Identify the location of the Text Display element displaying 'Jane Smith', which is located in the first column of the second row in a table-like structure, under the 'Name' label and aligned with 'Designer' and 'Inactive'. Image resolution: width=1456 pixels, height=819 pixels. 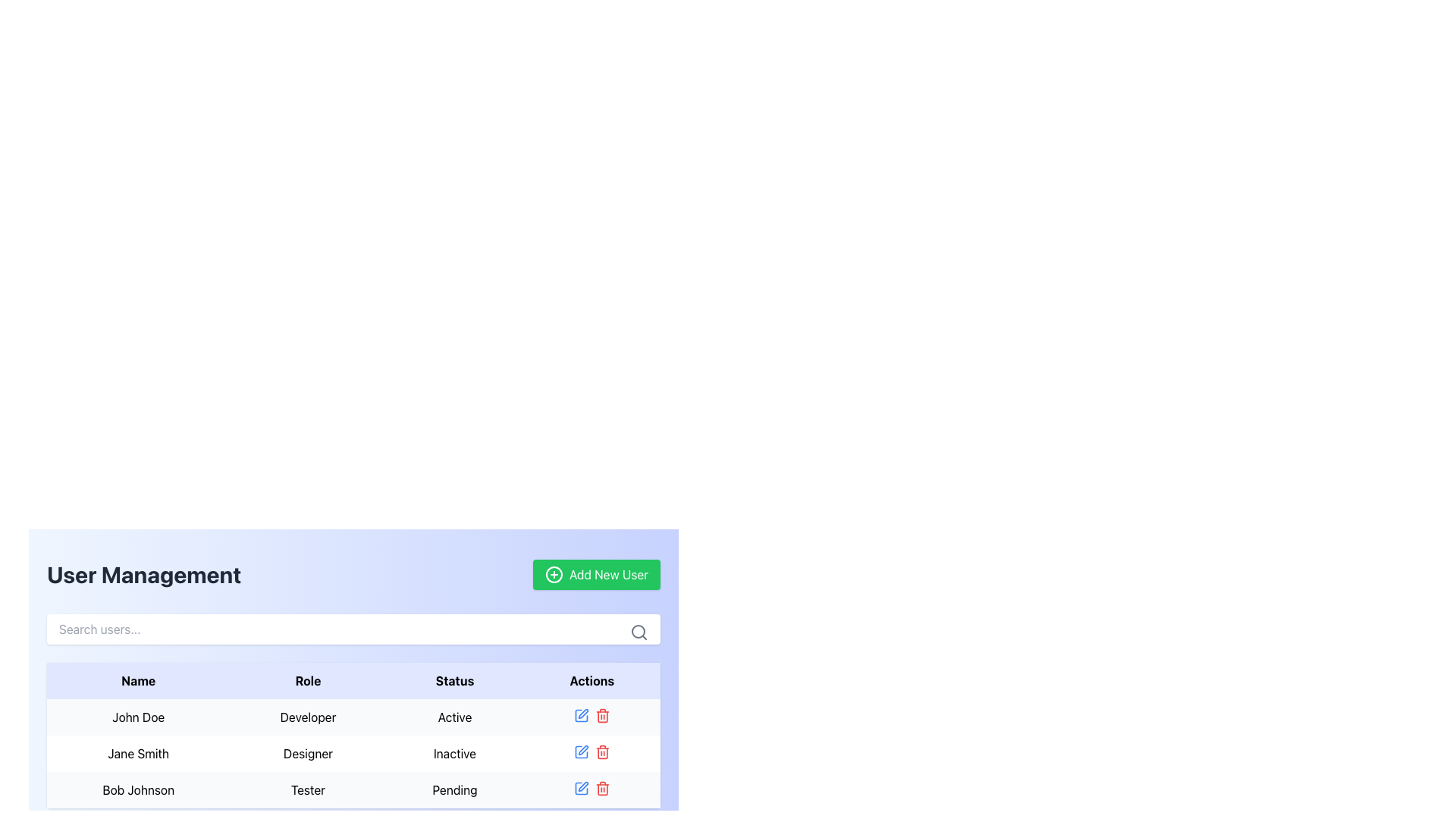
(138, 754).